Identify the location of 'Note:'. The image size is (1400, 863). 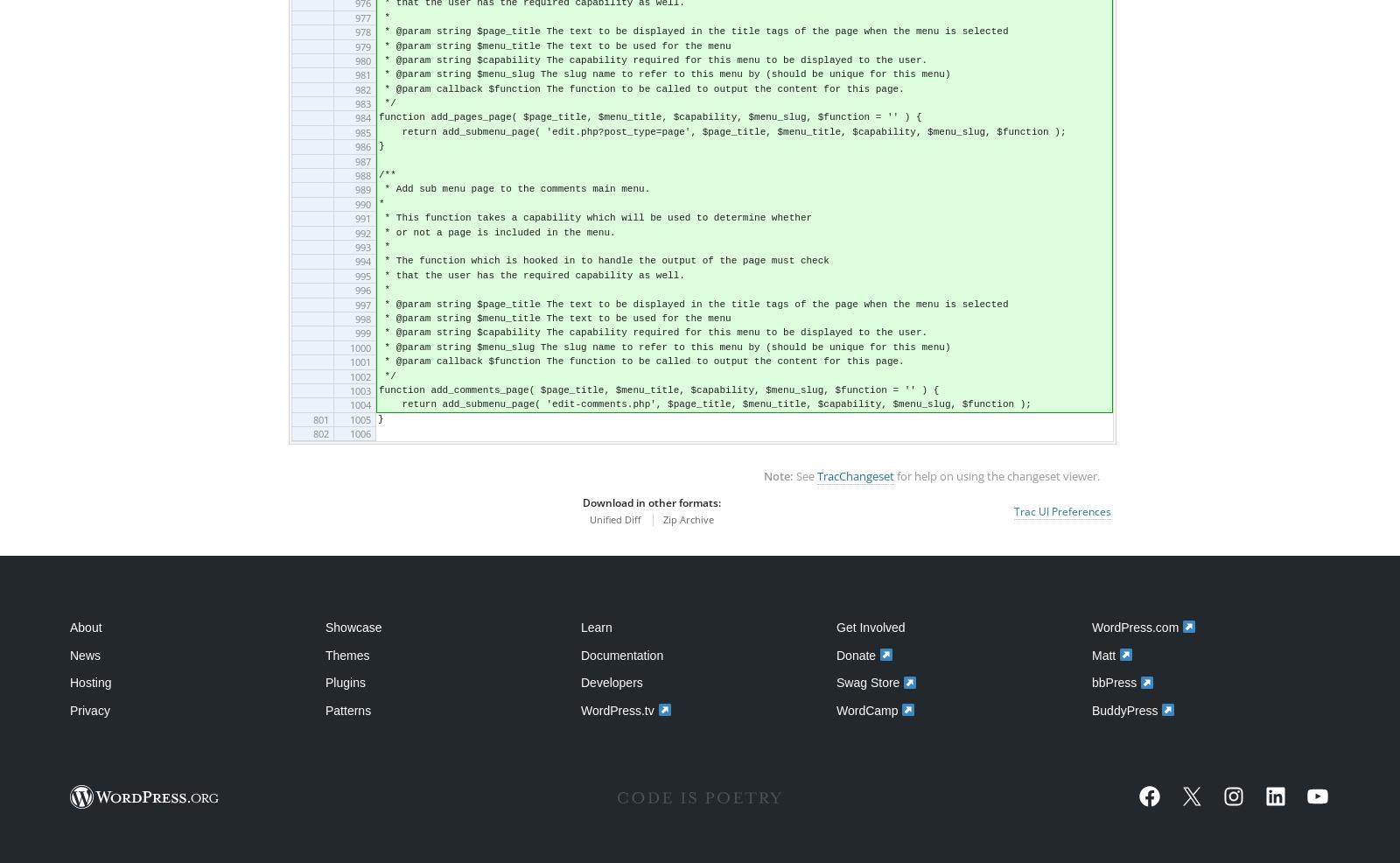
(762, 475).